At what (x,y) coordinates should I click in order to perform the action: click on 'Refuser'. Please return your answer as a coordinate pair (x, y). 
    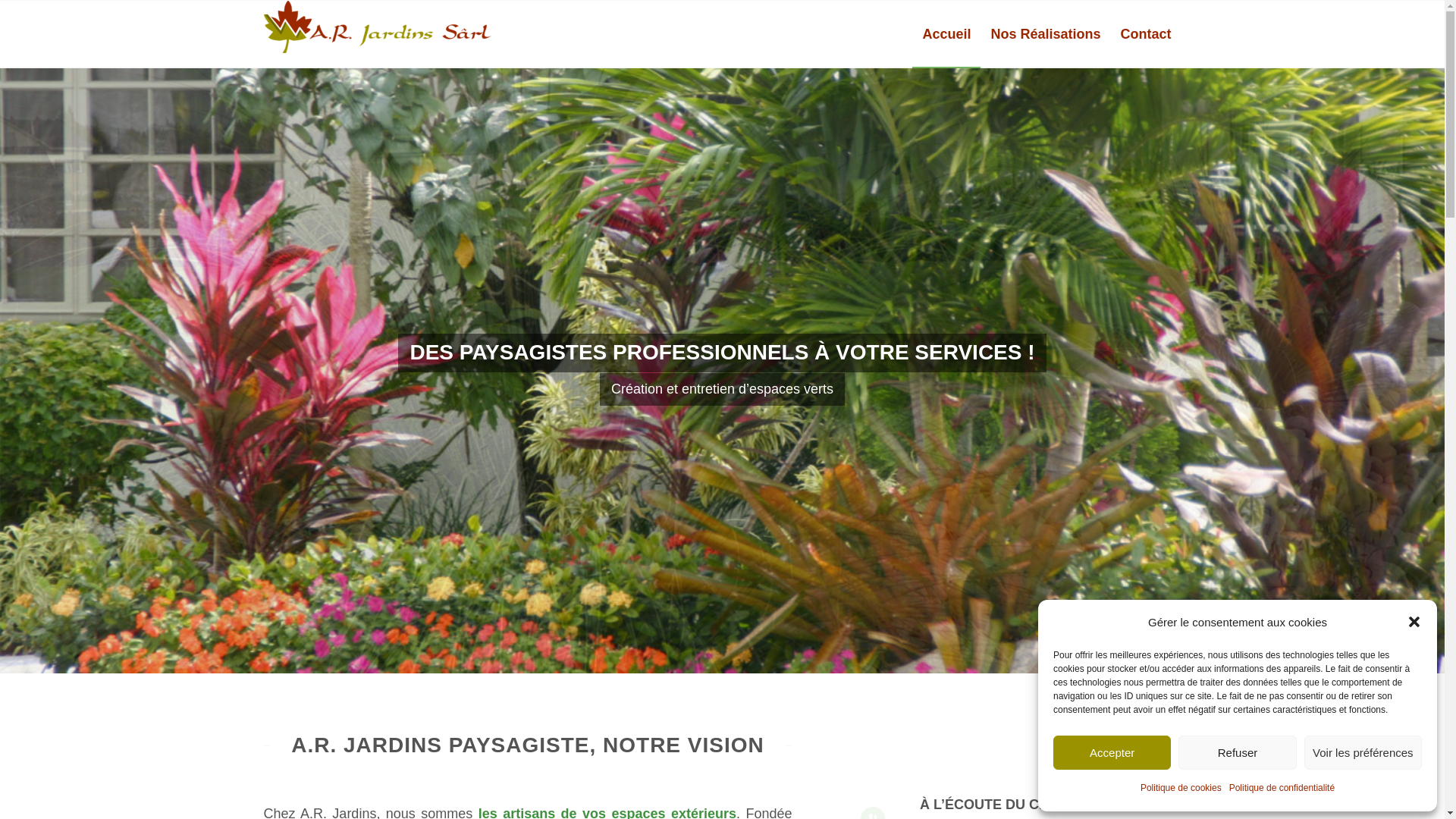
    Looking at the image, I should click on (1178, 752).